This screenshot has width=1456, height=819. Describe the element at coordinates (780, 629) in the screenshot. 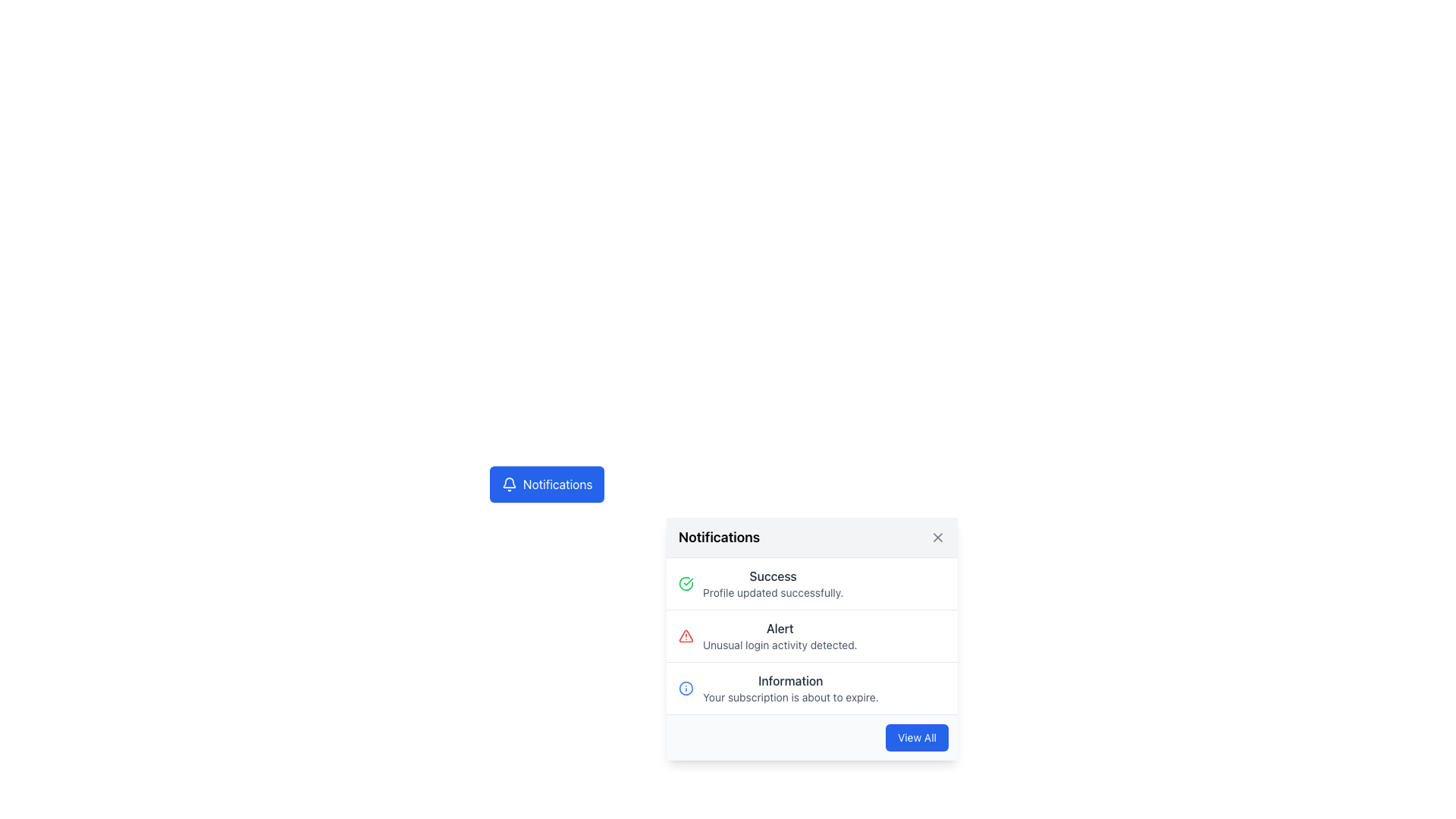

I see `the text label in the notifications panel that indicates an alert or warning, located under the 'Alert' section` at that location.